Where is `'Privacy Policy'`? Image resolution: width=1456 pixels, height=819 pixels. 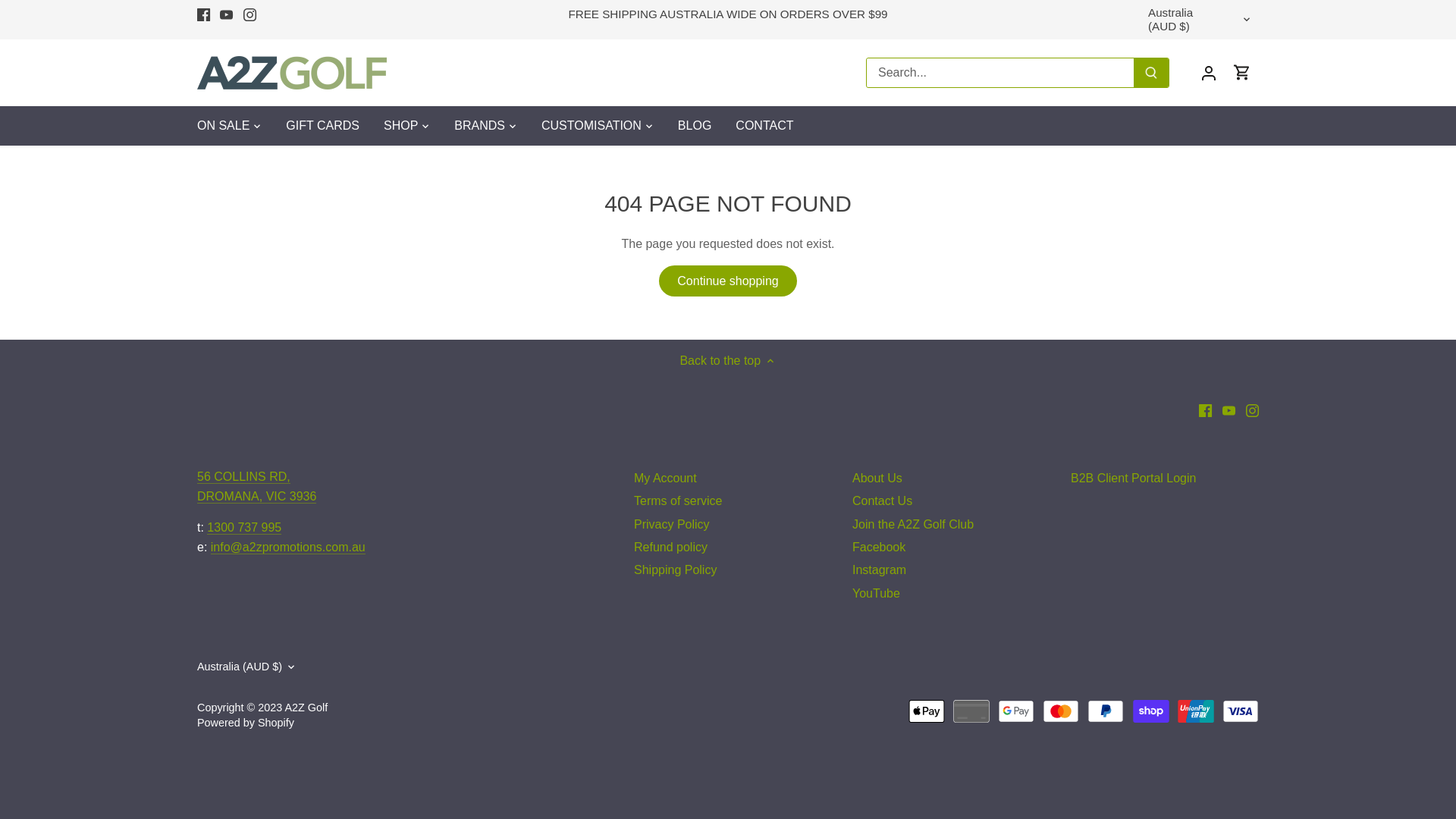 'Privacy Policy' is located at coordinates (671, 523).